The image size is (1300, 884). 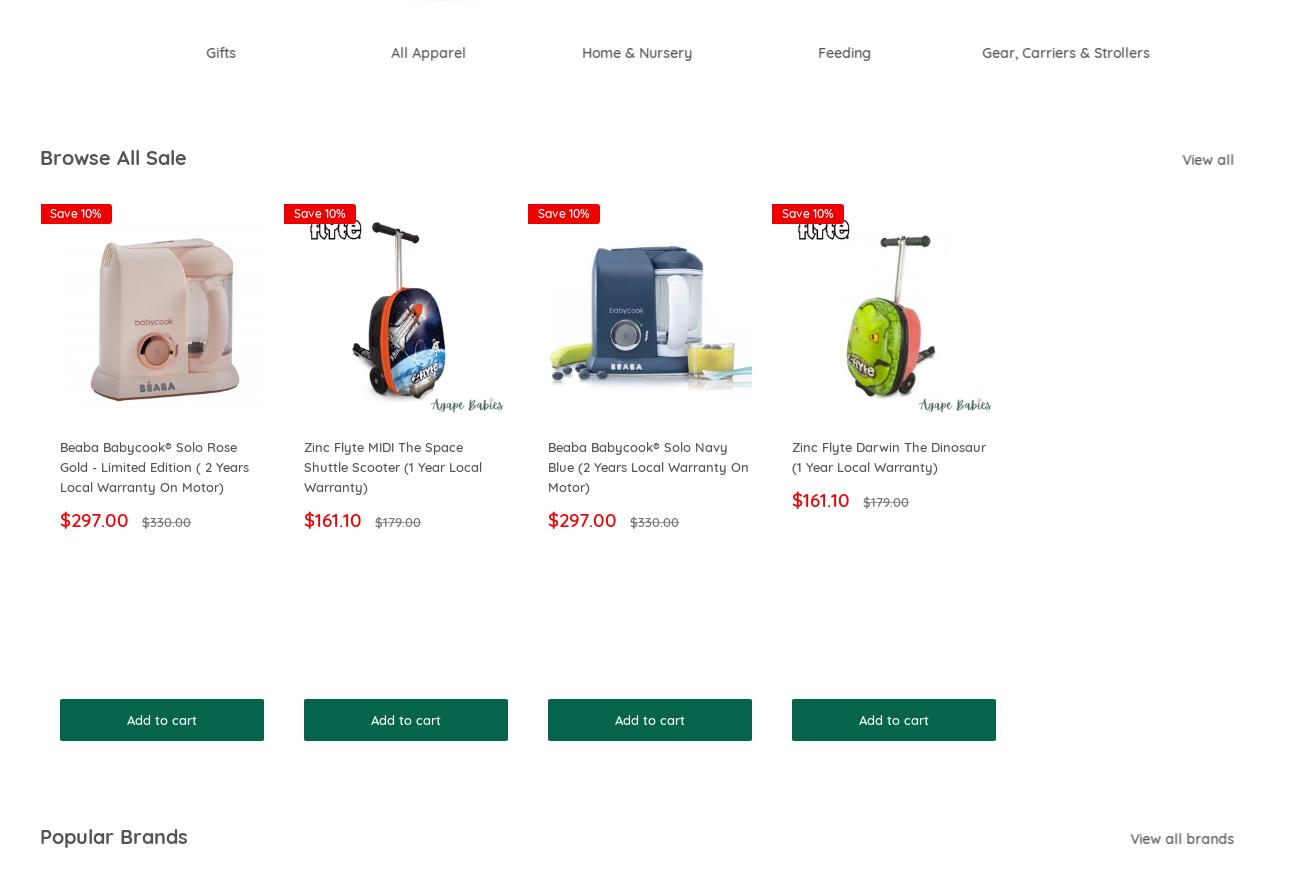 What do you see at coordinates (404, 52) in the screenshot?
I see `'All Apparel'` at bounding box center [404, 52].